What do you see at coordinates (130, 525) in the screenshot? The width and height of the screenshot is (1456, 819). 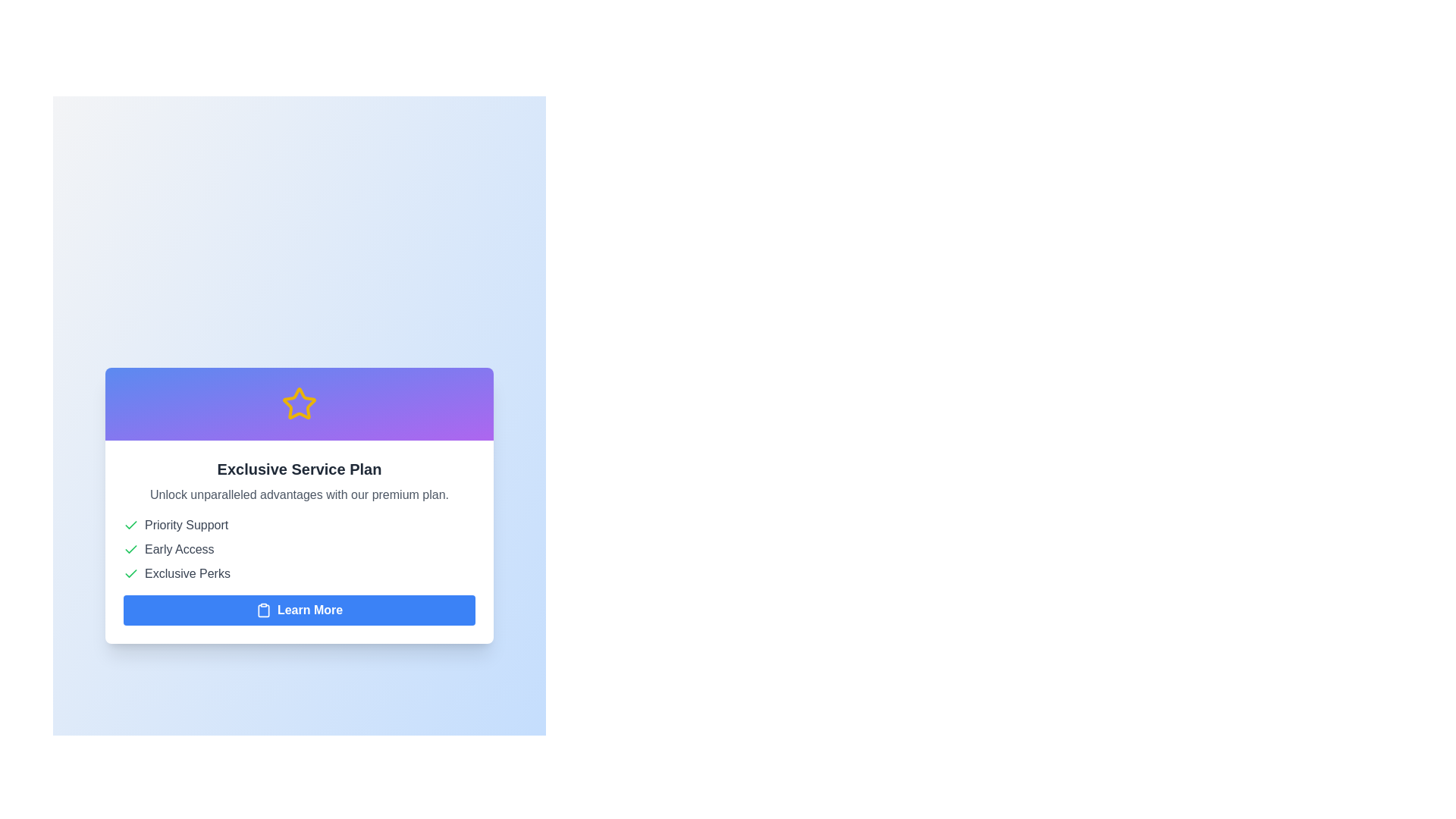 I see `the minimalistic green checkmark icon located next to the text 'Priority Support', which is the first icon in the list of features under 'Exclusive Service Plan'` at bounding box center [130, 525].